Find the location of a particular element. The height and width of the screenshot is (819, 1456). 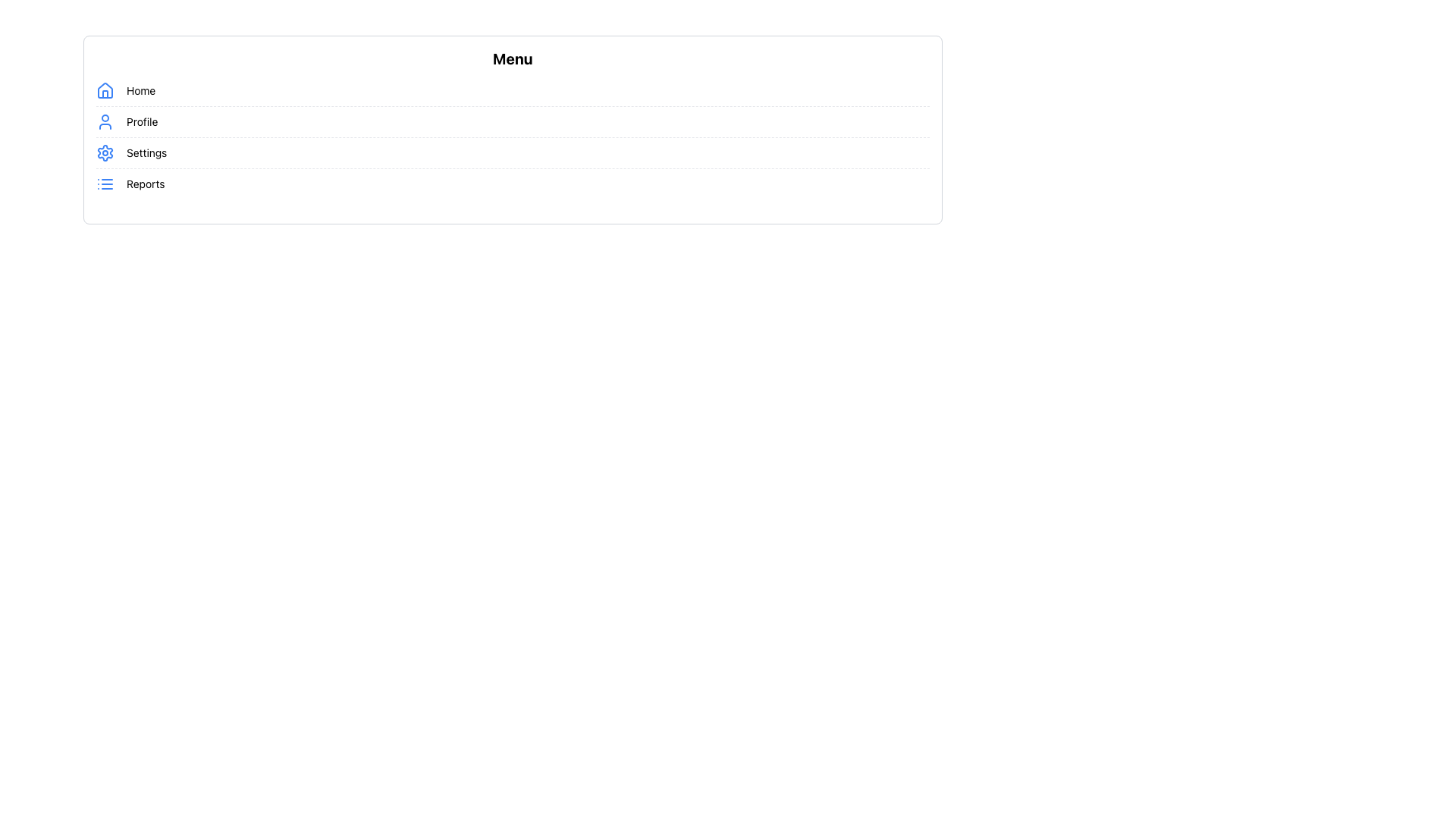

the blue outline icon of a user's head and shoulders, which is the leftmost icon is located at coordinates (105, 121).